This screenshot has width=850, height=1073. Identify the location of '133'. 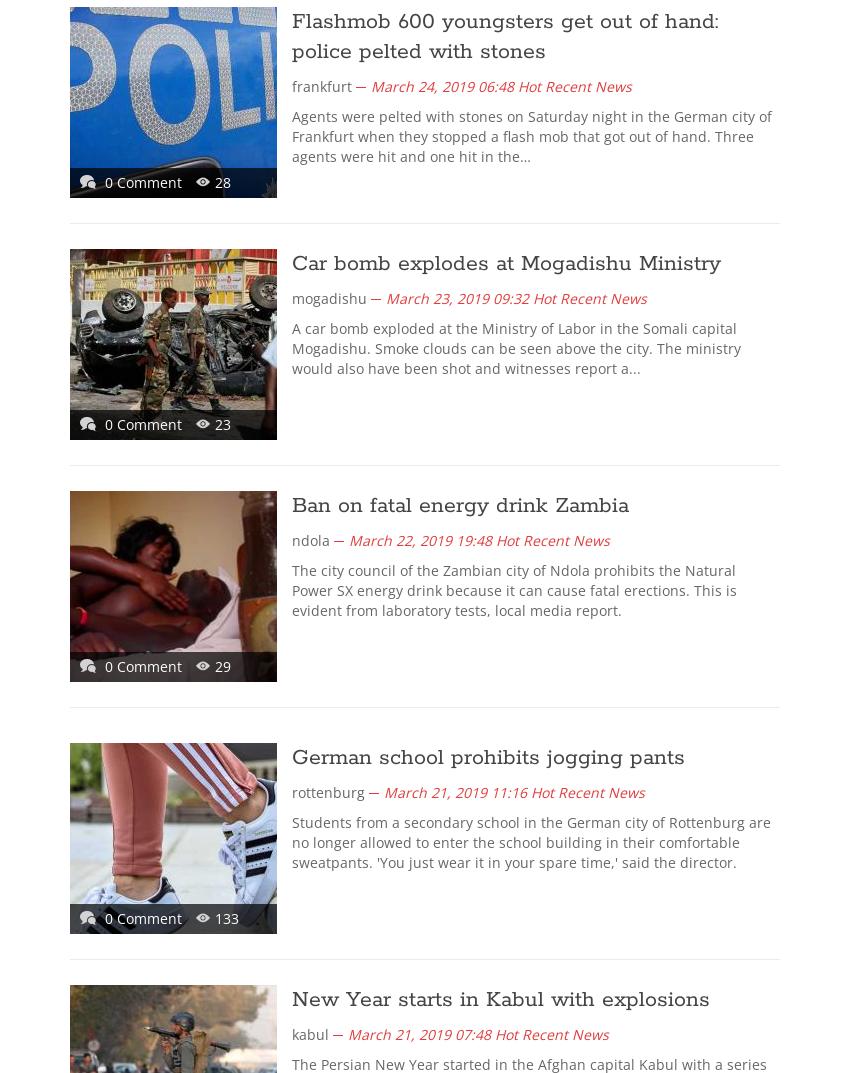
(214, 918).